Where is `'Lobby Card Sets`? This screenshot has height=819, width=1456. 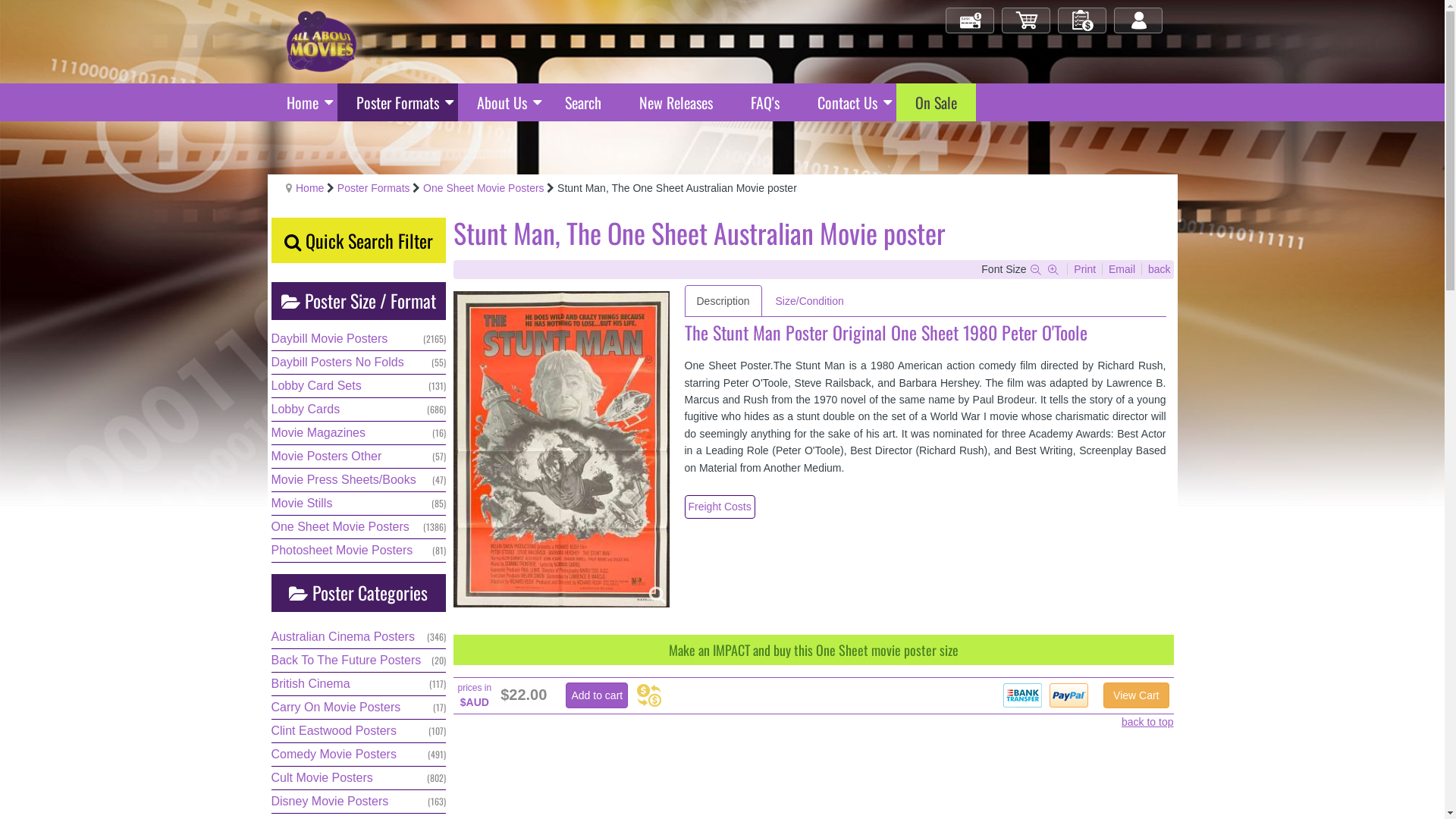
'Lobby Card Sets is located at coordinates (358, 385).